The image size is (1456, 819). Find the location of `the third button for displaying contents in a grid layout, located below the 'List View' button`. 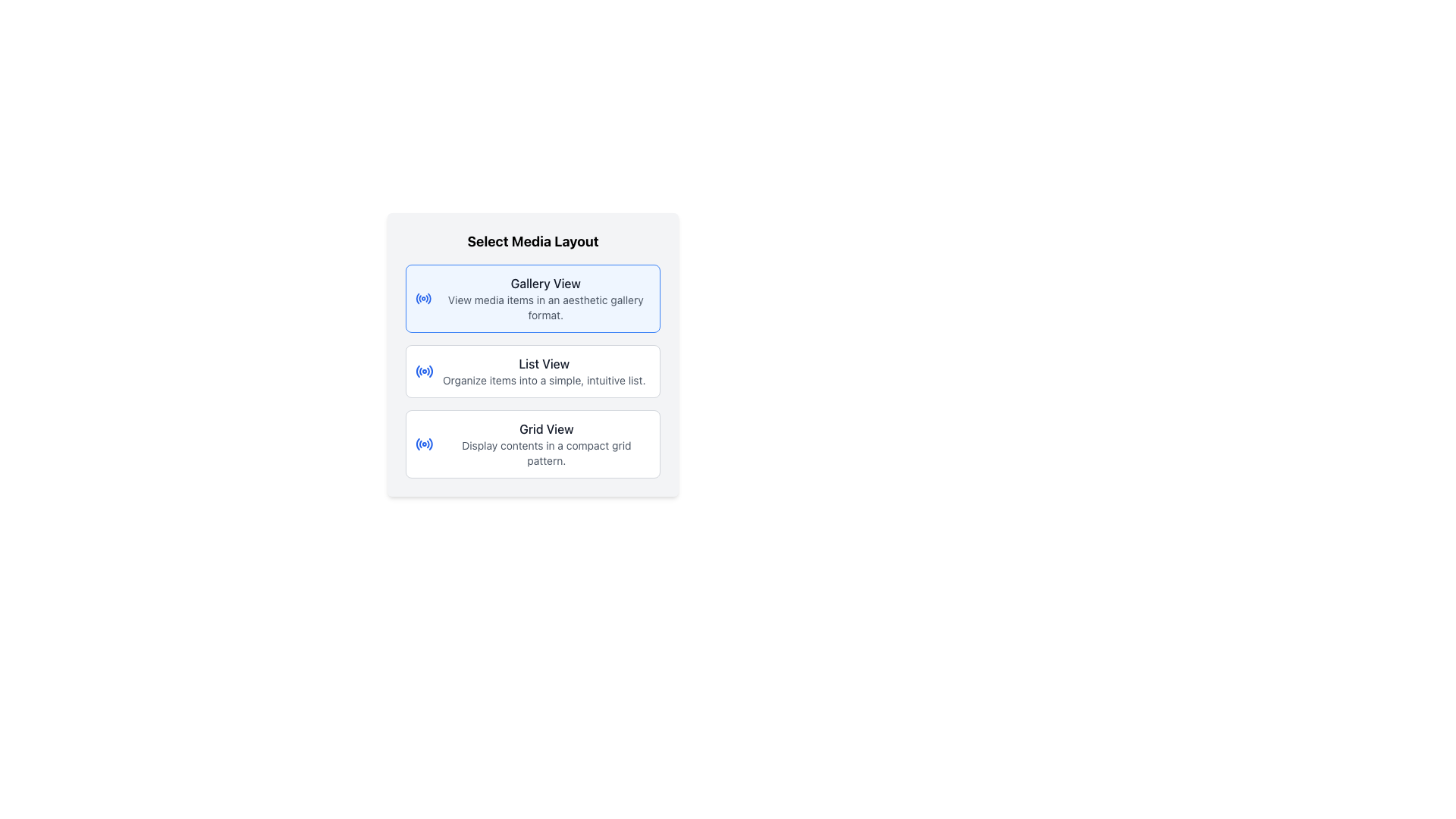

the third button for displaying contents in a grid layout, located below the 'List View' button is located at coordinates (532, 444).